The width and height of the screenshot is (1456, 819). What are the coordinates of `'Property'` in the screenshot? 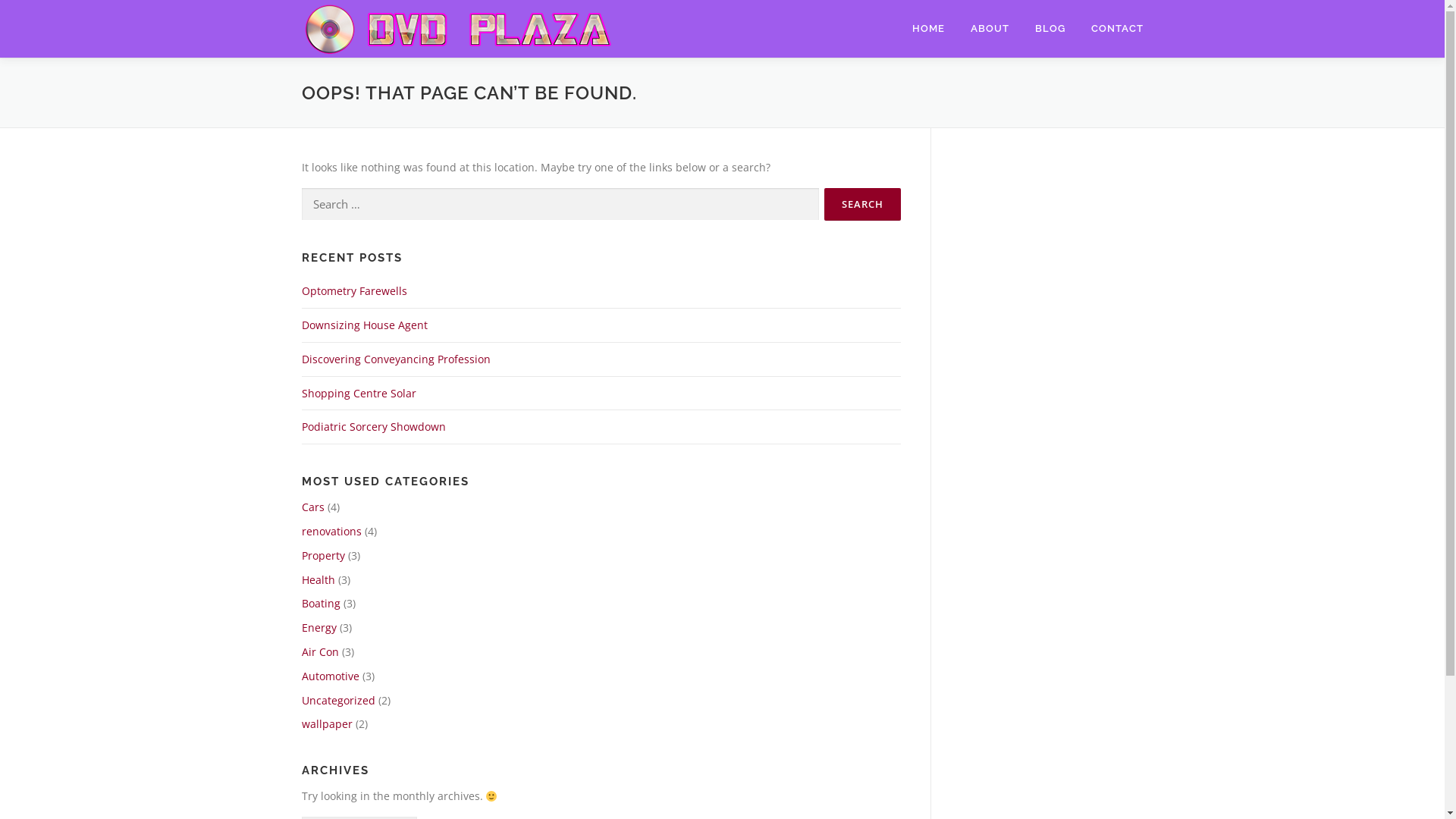 It's located at (322, 555).